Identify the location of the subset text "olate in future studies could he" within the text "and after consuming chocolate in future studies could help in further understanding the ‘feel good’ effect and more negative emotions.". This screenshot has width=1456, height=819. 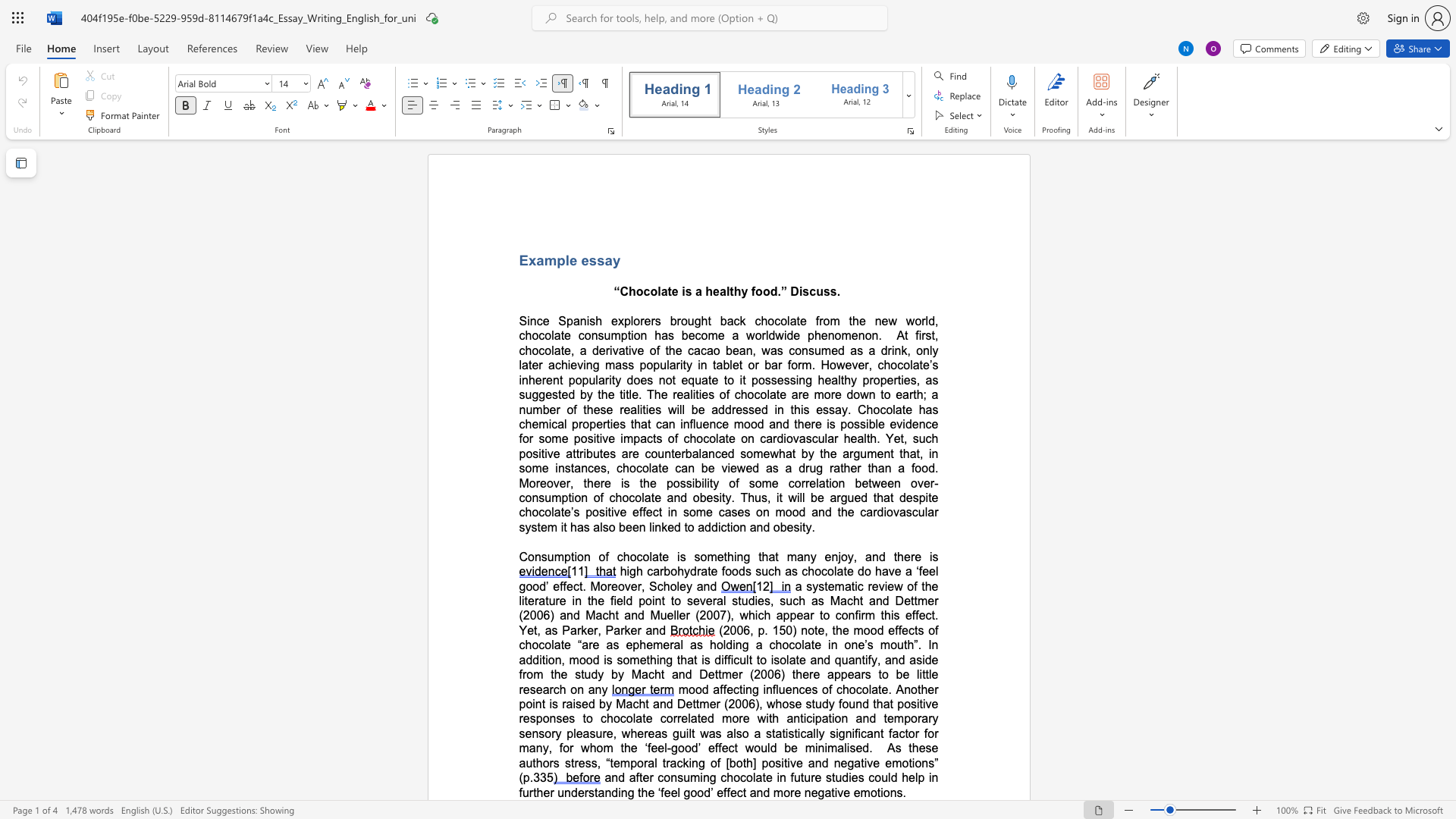
(746, 777).